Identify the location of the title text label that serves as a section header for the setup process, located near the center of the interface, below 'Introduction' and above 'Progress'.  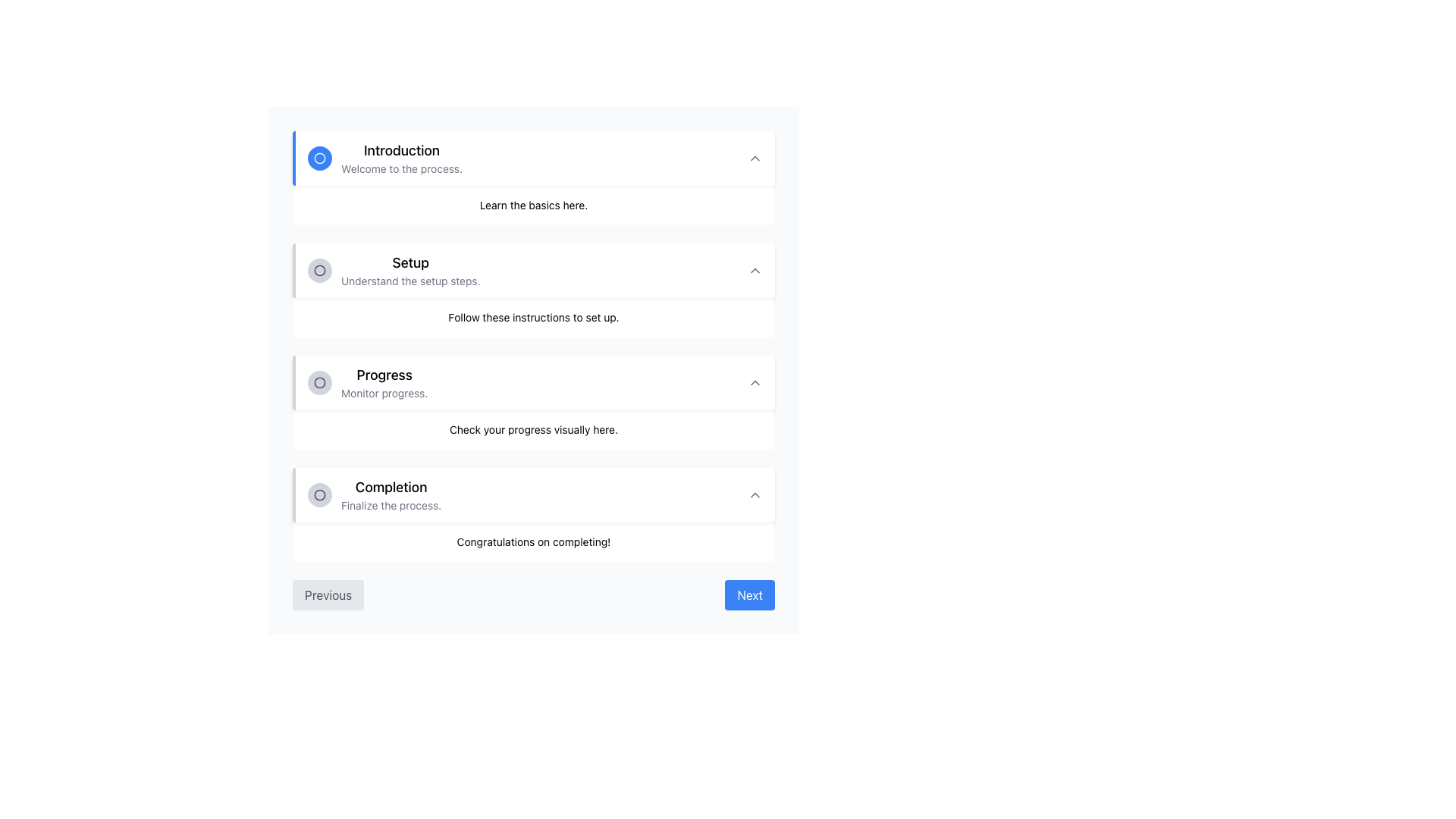
(410, 262).